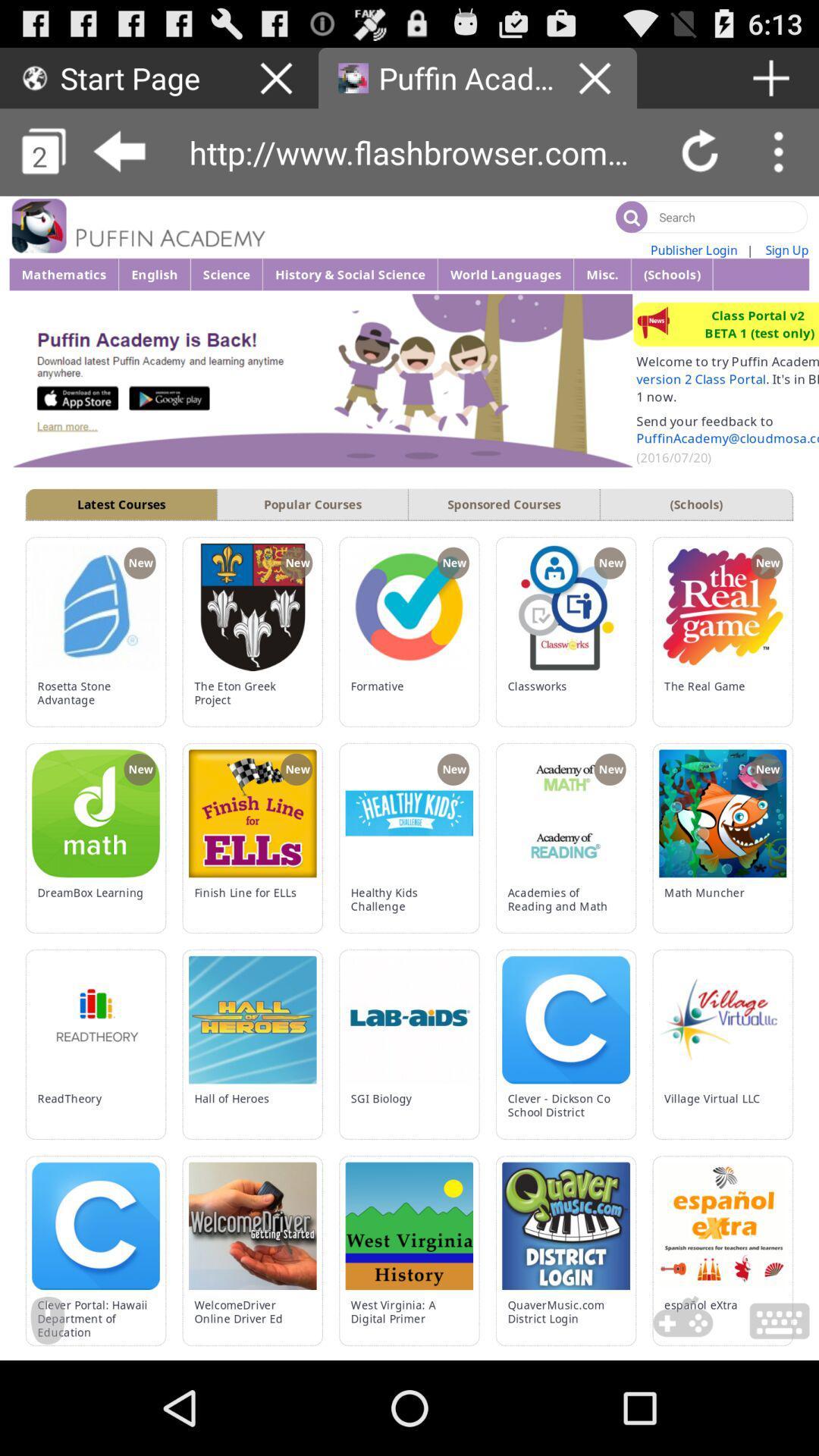 This screenshot has height=1456, width=819. What do you see at coordinates (775, 1412) in the screenshot?
I see `the wallpaper icon` at bounding box center [775, 1412].